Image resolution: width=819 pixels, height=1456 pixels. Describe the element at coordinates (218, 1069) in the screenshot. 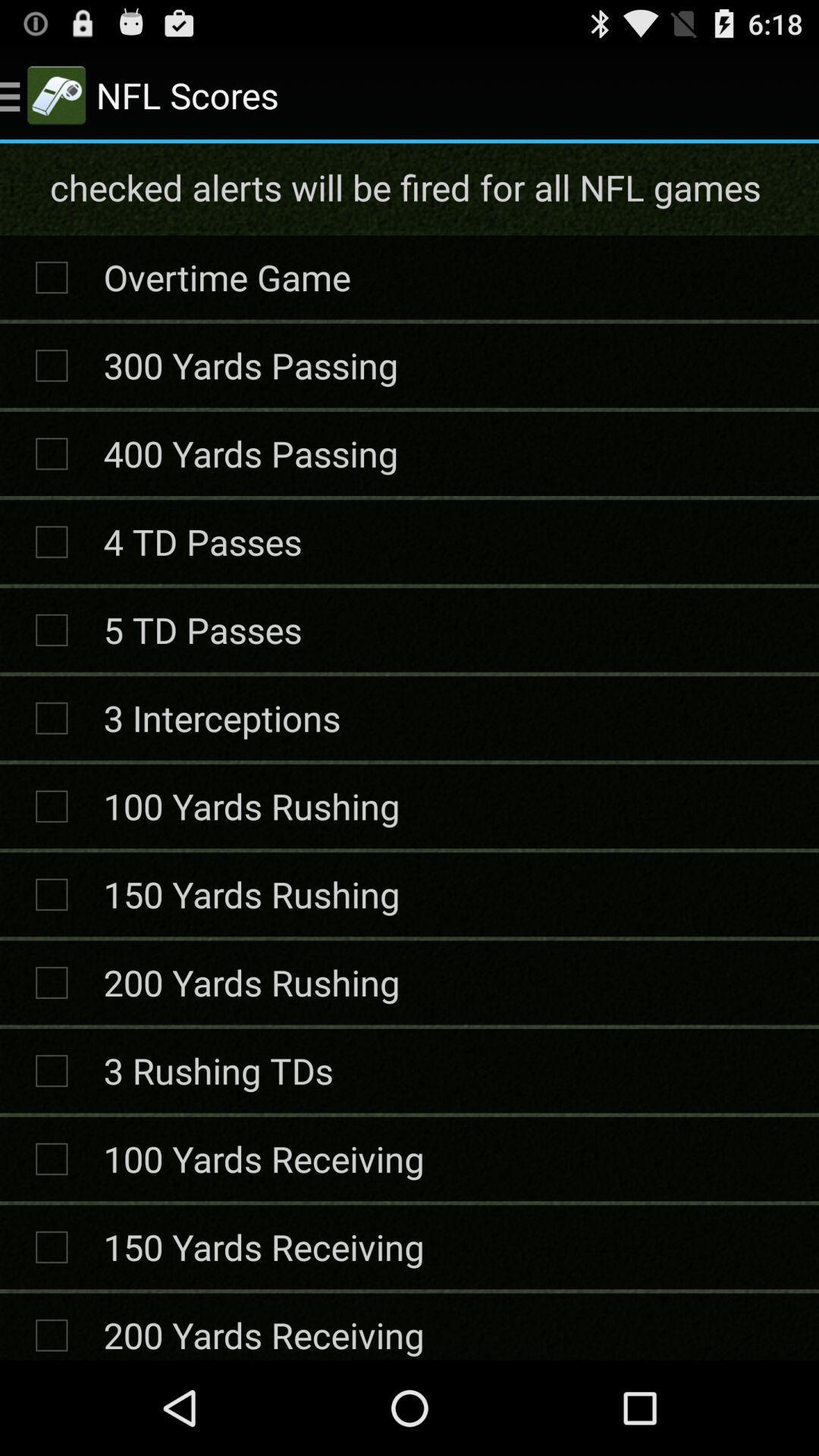

I see `the item below 200 yards rushing` at that location.